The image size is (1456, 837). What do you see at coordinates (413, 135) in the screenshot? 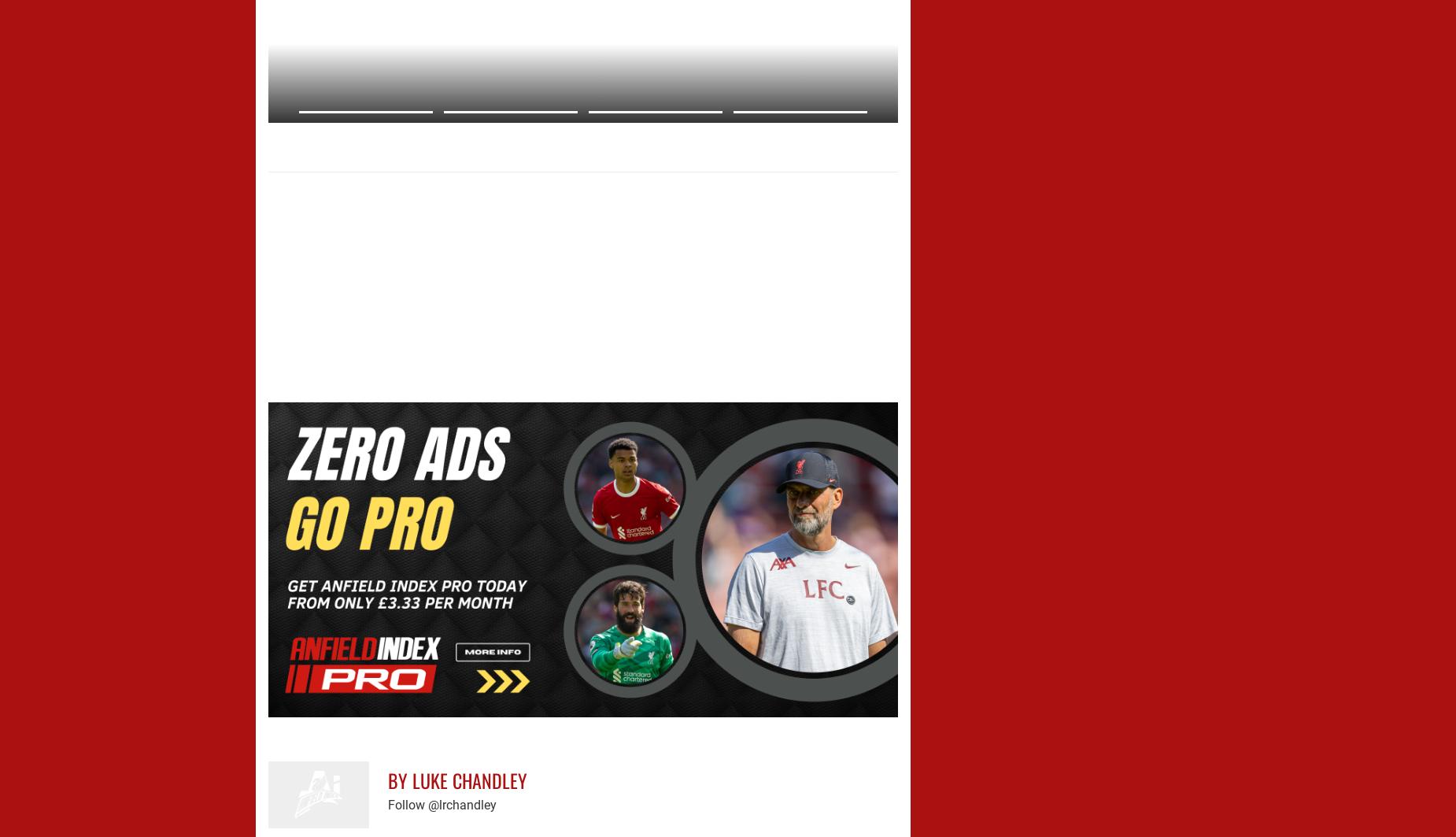
I see `'At 86, This Is Where Jack Nicholson Lives'` at bounding box center [413, 135].